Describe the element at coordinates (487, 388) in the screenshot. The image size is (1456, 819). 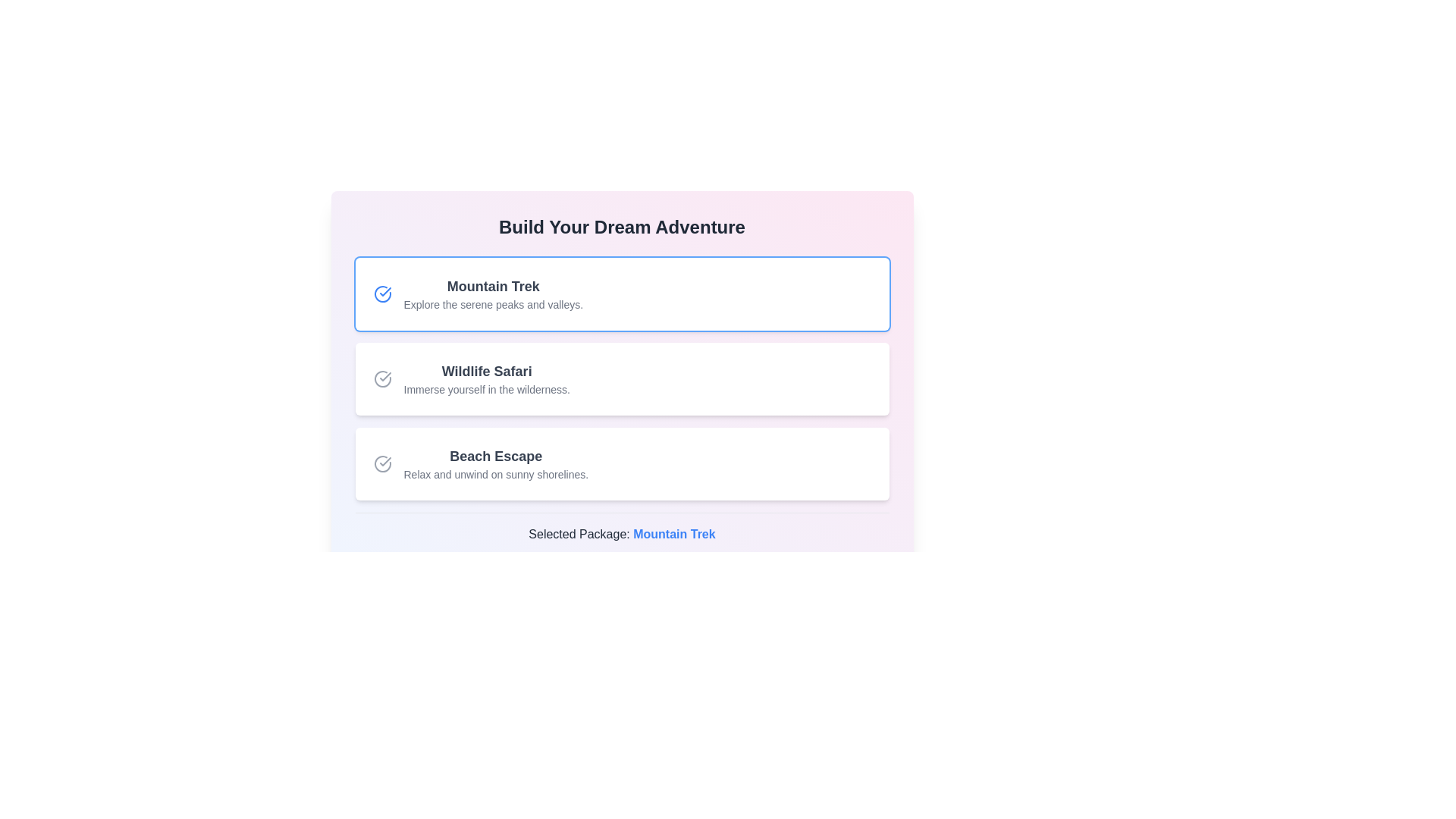
I see `the descriptive text element located beneath the 'Wildlife Safari' heading, which provides additional details about this option` at that location.